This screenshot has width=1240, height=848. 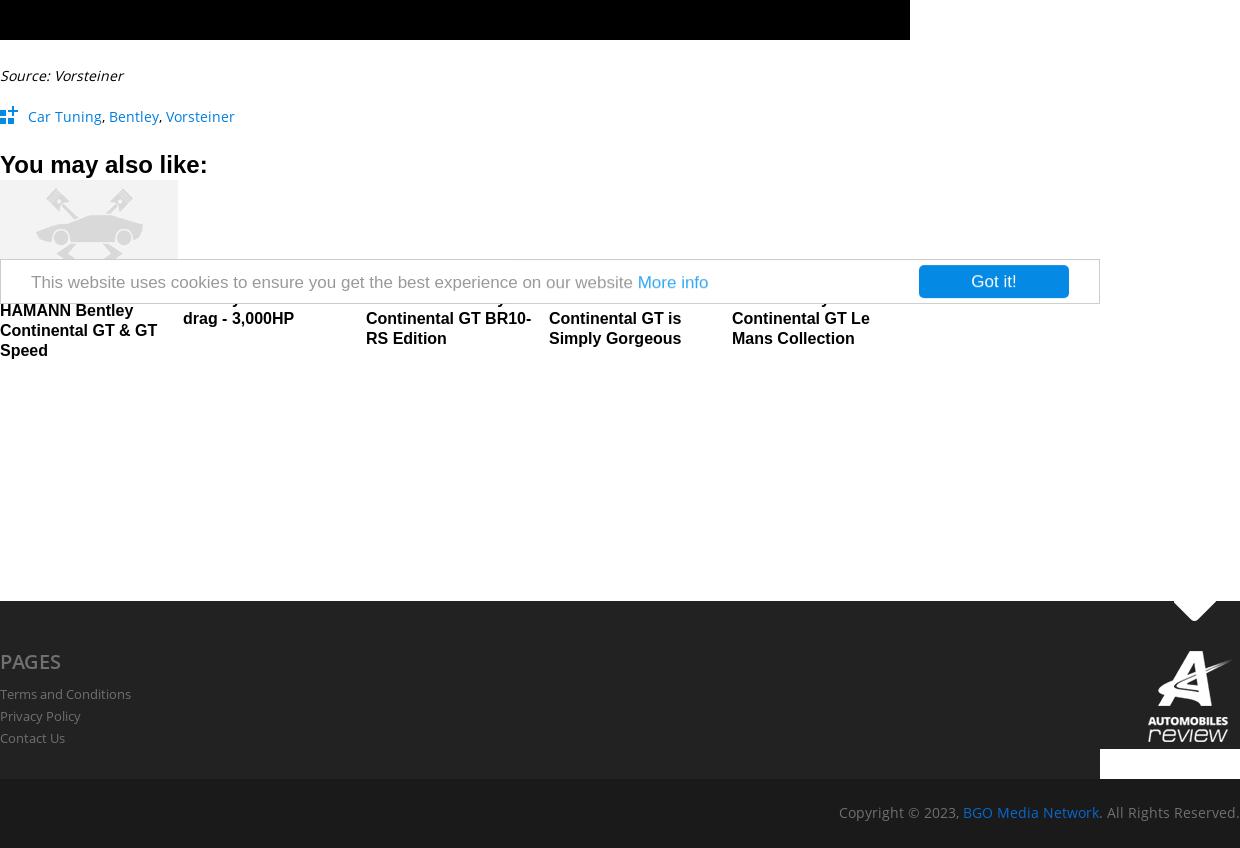 I want to click on 'Terms and Conditions', so click(x=64, y=694).